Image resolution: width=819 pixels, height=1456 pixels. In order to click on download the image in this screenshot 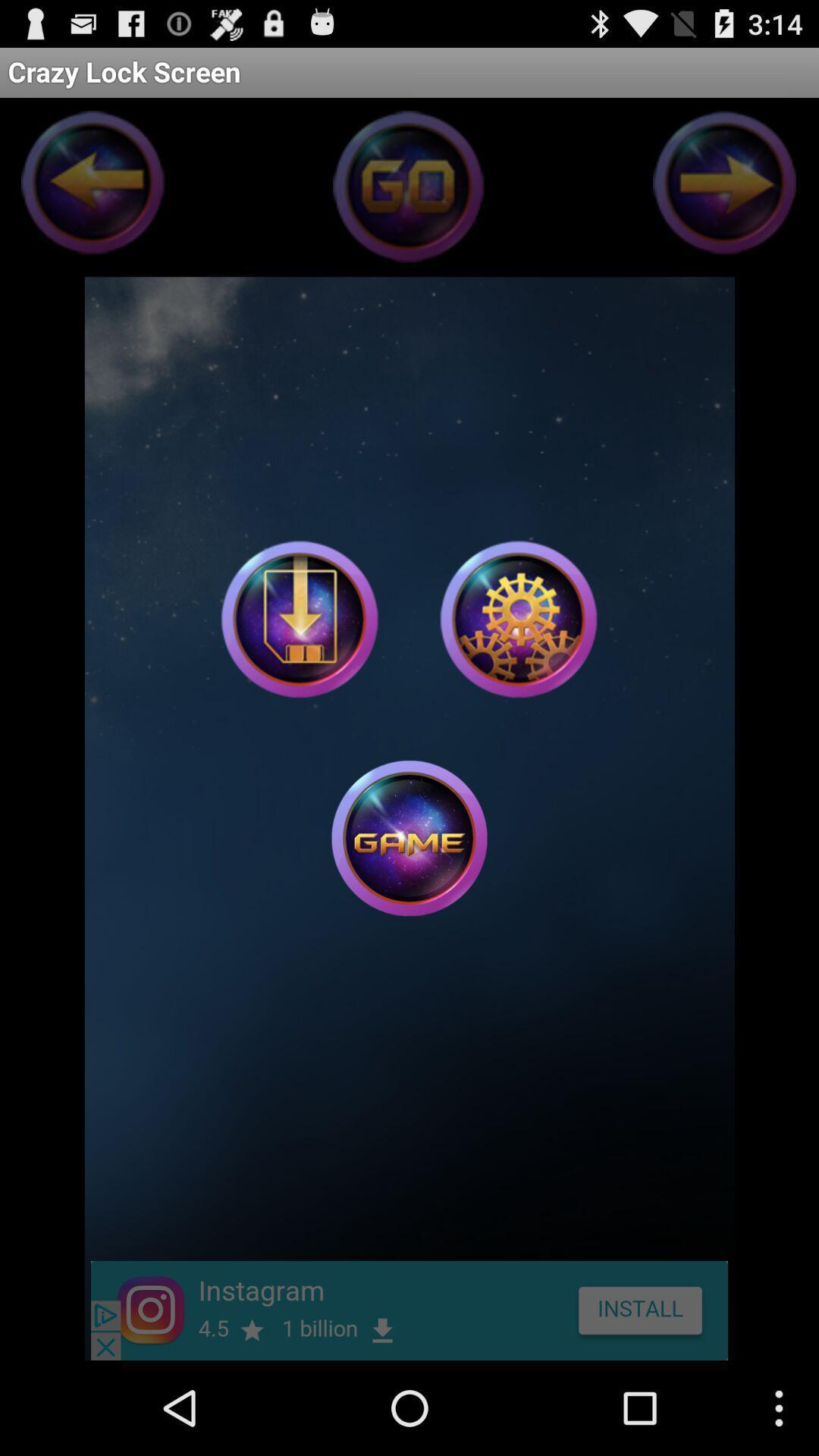, I will do `click(300, 619)`.